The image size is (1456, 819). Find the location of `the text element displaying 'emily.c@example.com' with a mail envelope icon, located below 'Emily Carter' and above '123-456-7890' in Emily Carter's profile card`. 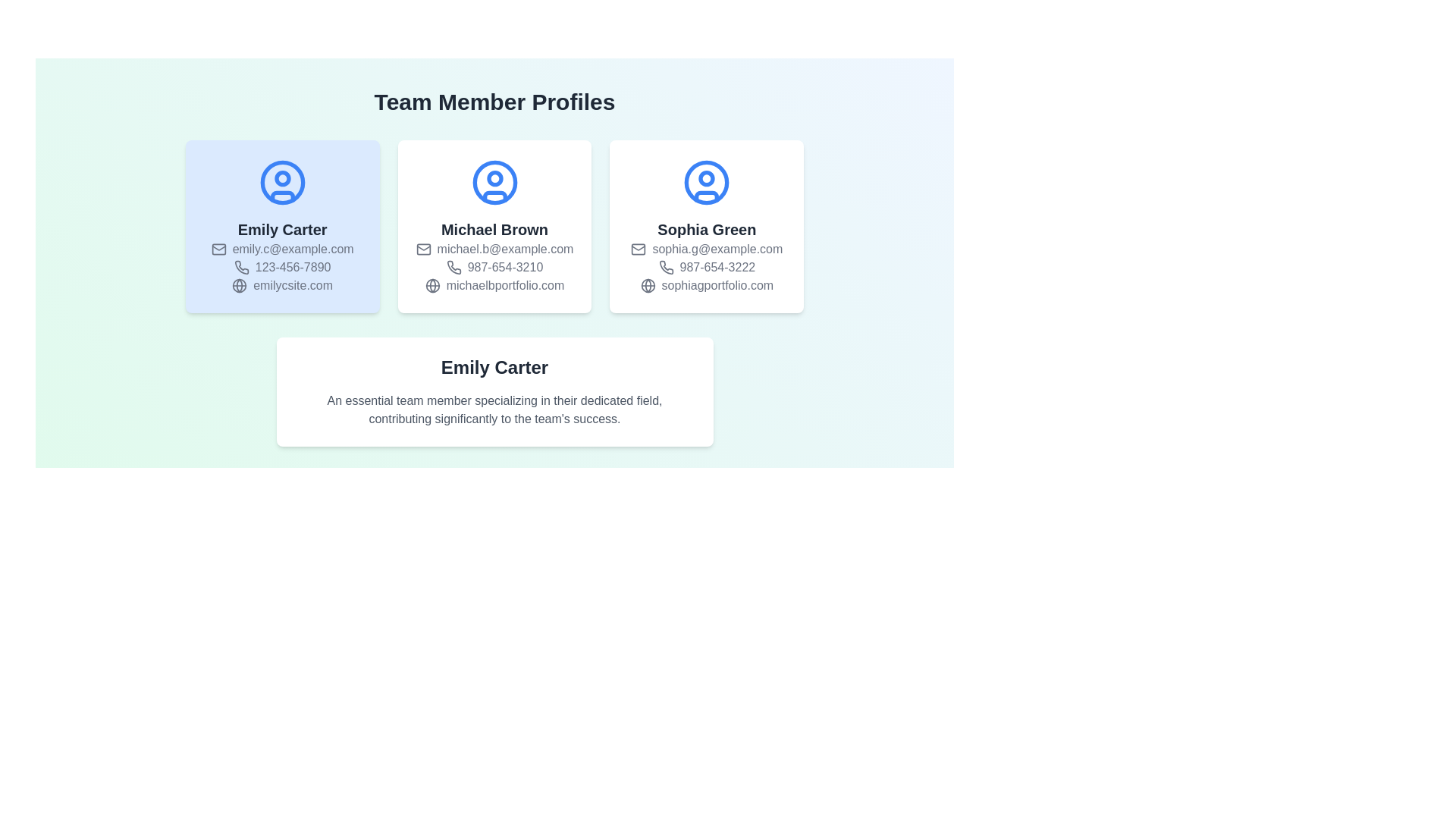

the text element displaying 'emily.c@example.com' with a mail envelope icon, located below 'Emily Carter' and above '123-456-7890' in Emily Carter's profile card is located at coordinates (282, 248).